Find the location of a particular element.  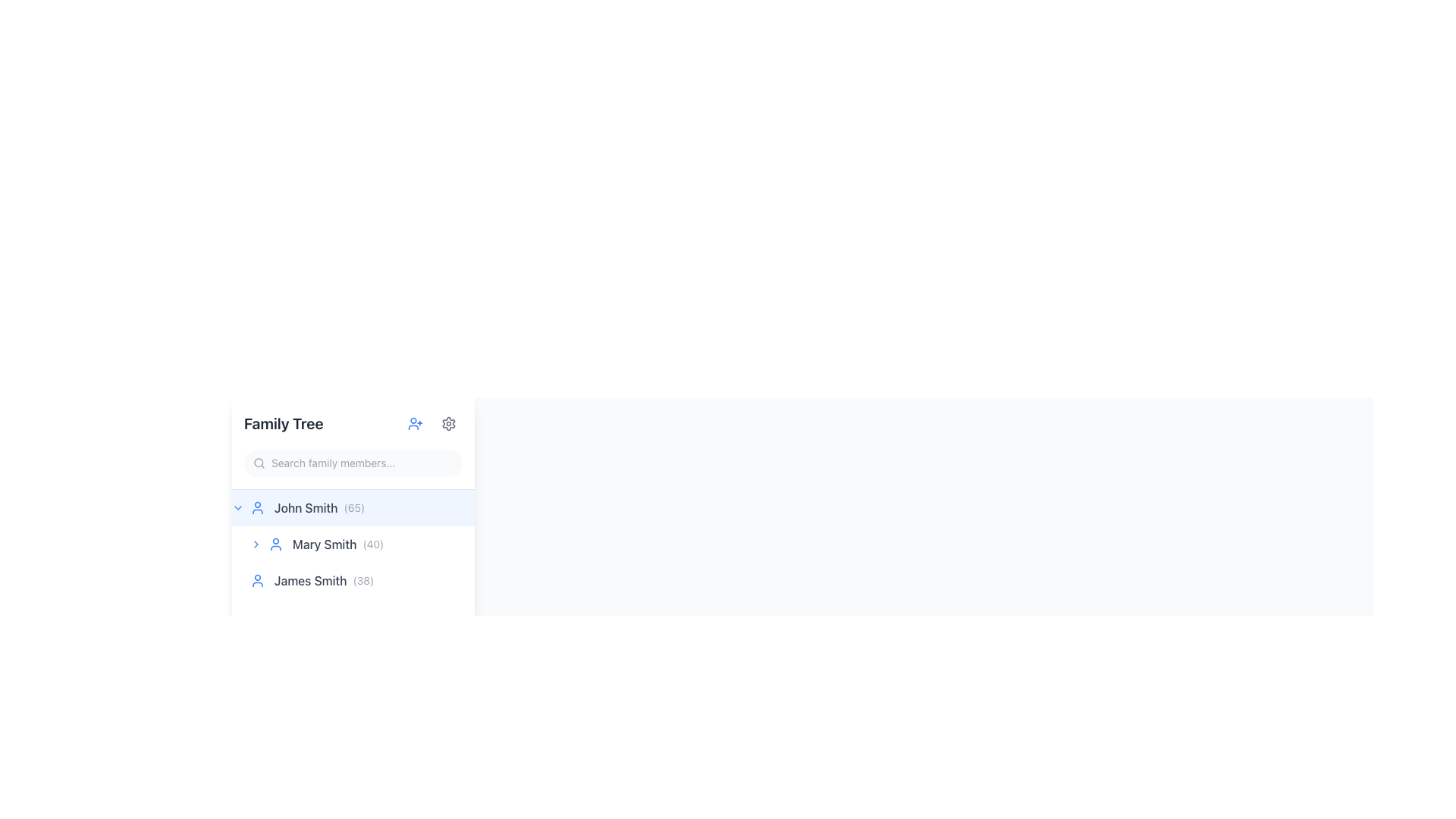

the text label displaying 'James Smith' is located at coordinates (309, 580).